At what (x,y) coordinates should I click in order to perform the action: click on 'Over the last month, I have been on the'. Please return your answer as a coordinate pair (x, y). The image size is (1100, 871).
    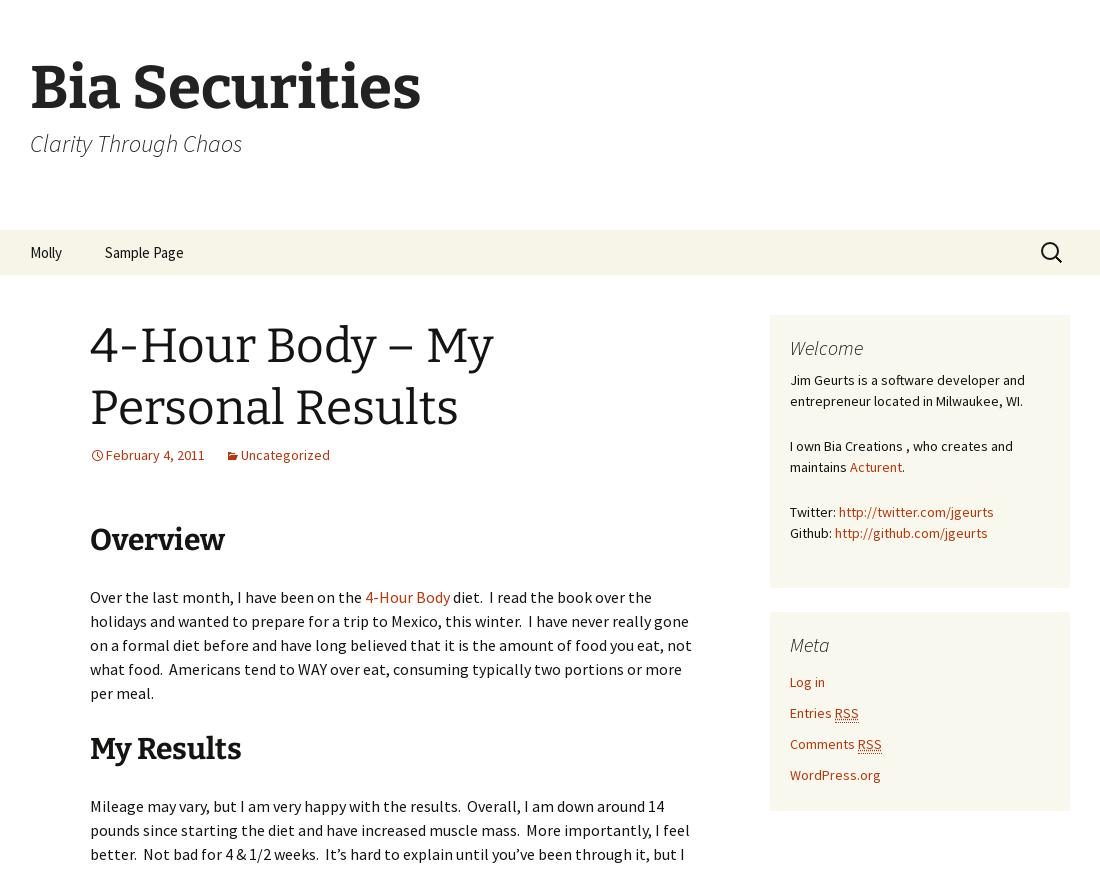
    Looking at the image, I should click on (227, 595).